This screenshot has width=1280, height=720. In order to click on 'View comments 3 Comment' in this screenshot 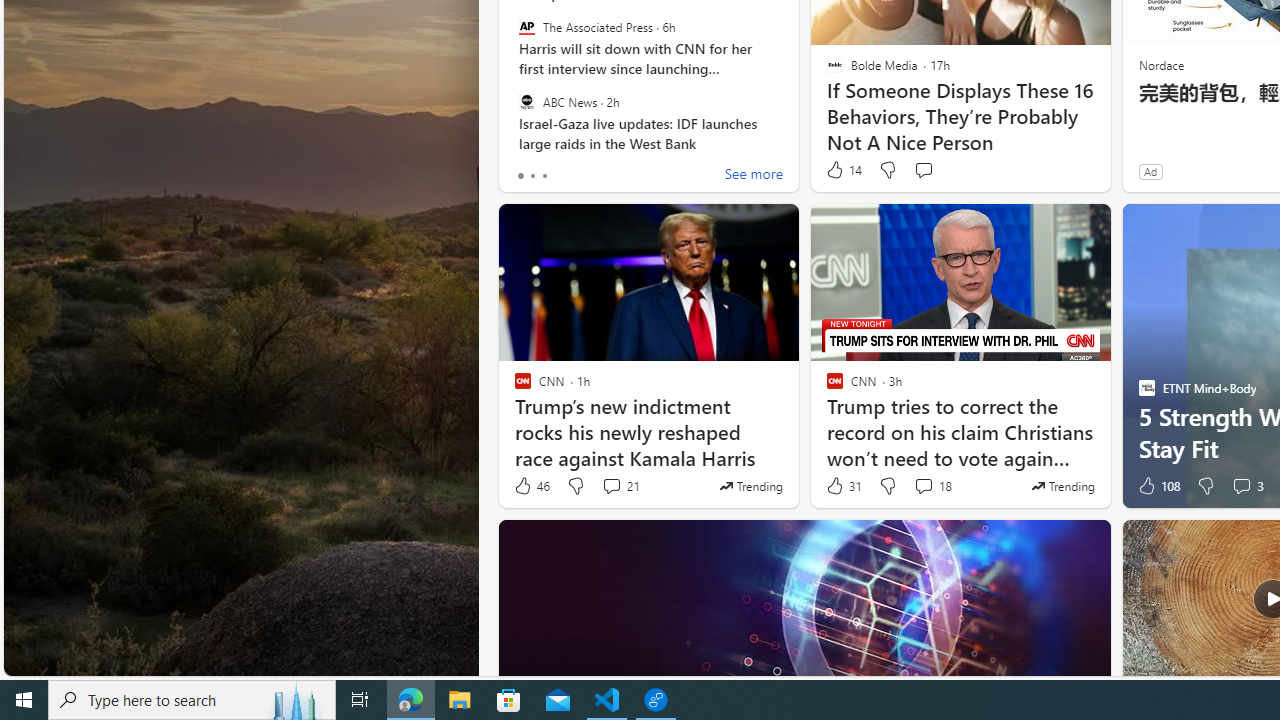, I will do `click(1246, 486)`.